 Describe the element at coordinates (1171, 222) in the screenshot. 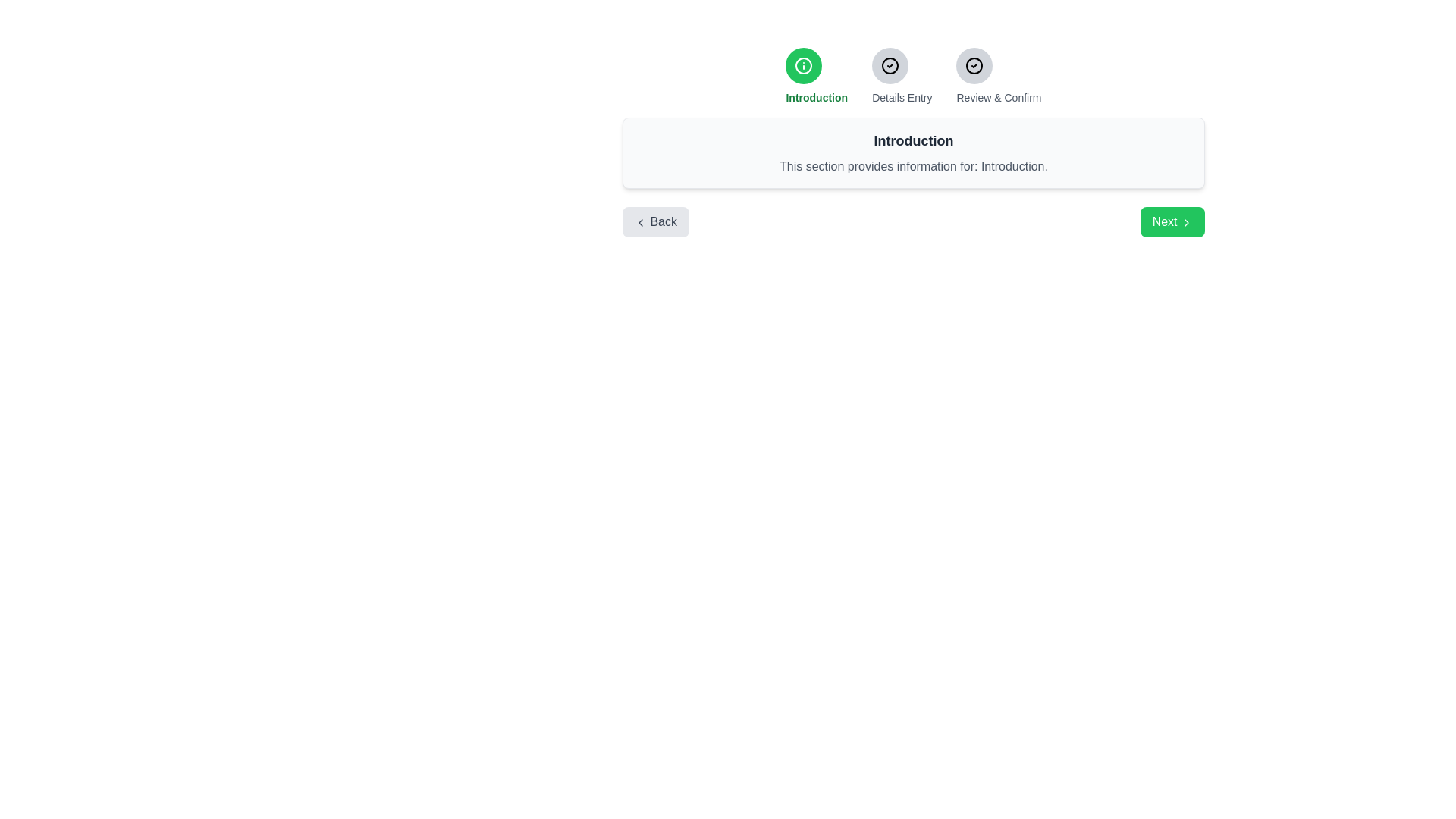

I see `the 'Next' button to navigate to the next step` at that location.